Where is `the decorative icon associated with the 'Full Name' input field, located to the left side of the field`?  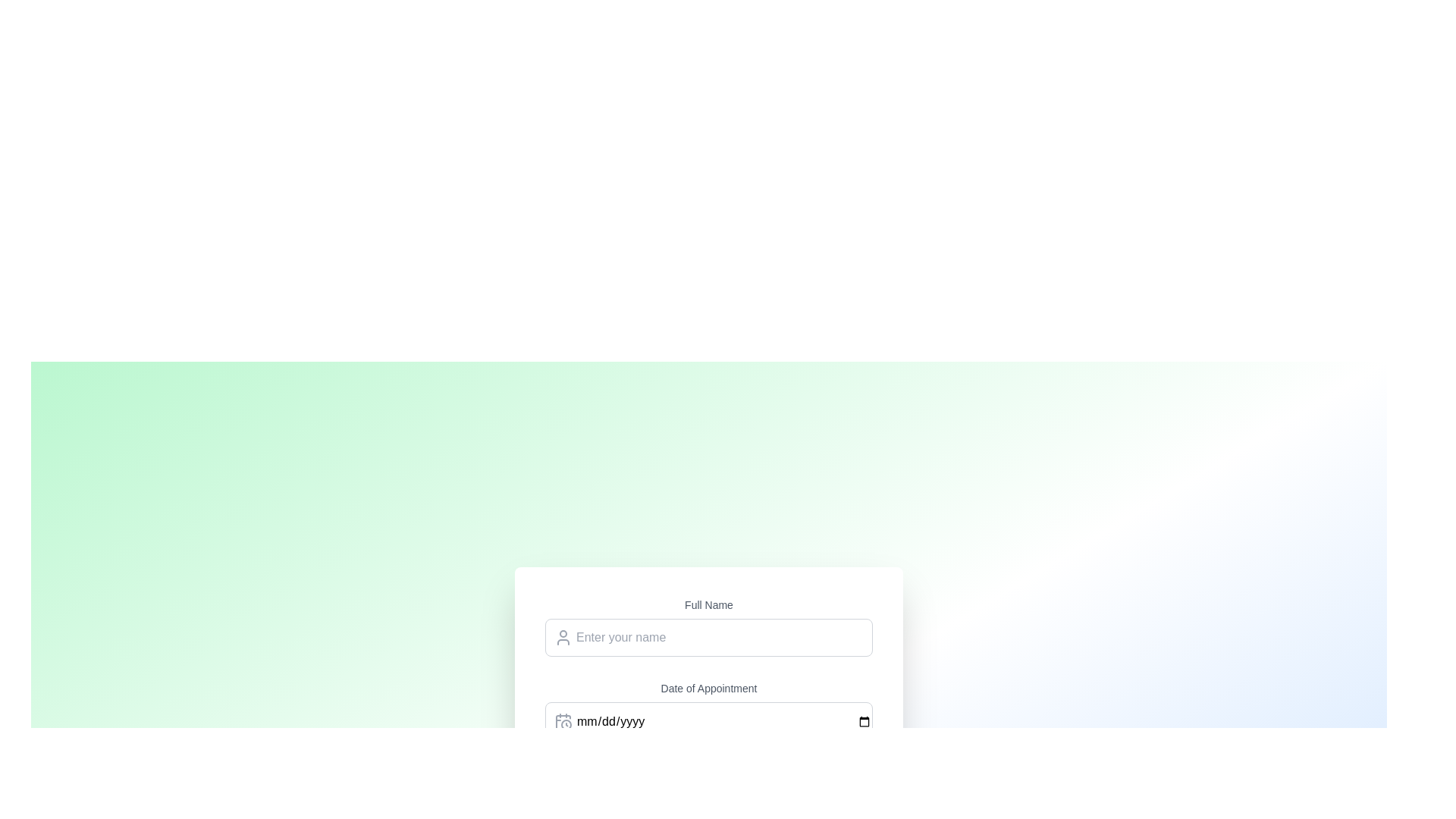
the decorative icon associated with the 'Full Name' input field, located to the left side of the field is located at coordinates (563, 637).